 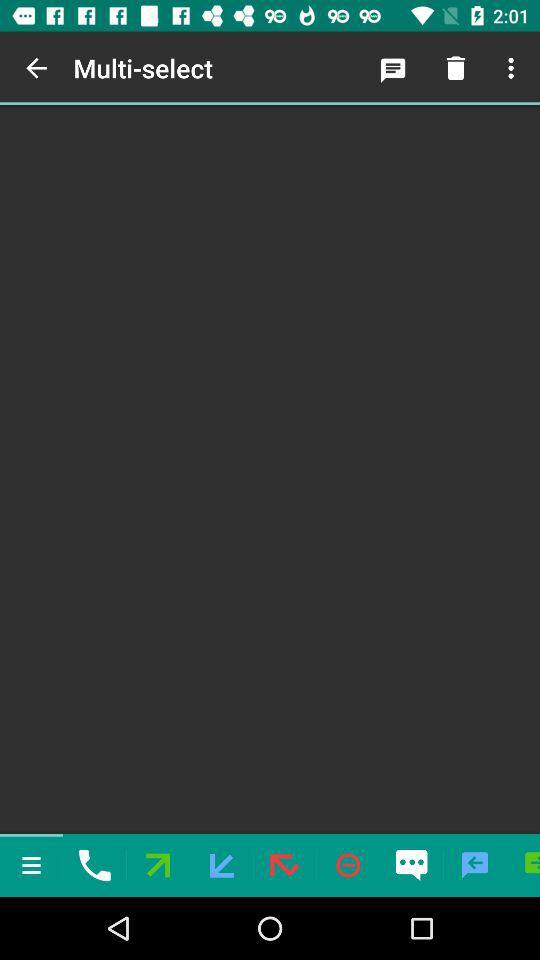 I want to click on icon to the right of the multi-select icon, so click(x=393, y=68).